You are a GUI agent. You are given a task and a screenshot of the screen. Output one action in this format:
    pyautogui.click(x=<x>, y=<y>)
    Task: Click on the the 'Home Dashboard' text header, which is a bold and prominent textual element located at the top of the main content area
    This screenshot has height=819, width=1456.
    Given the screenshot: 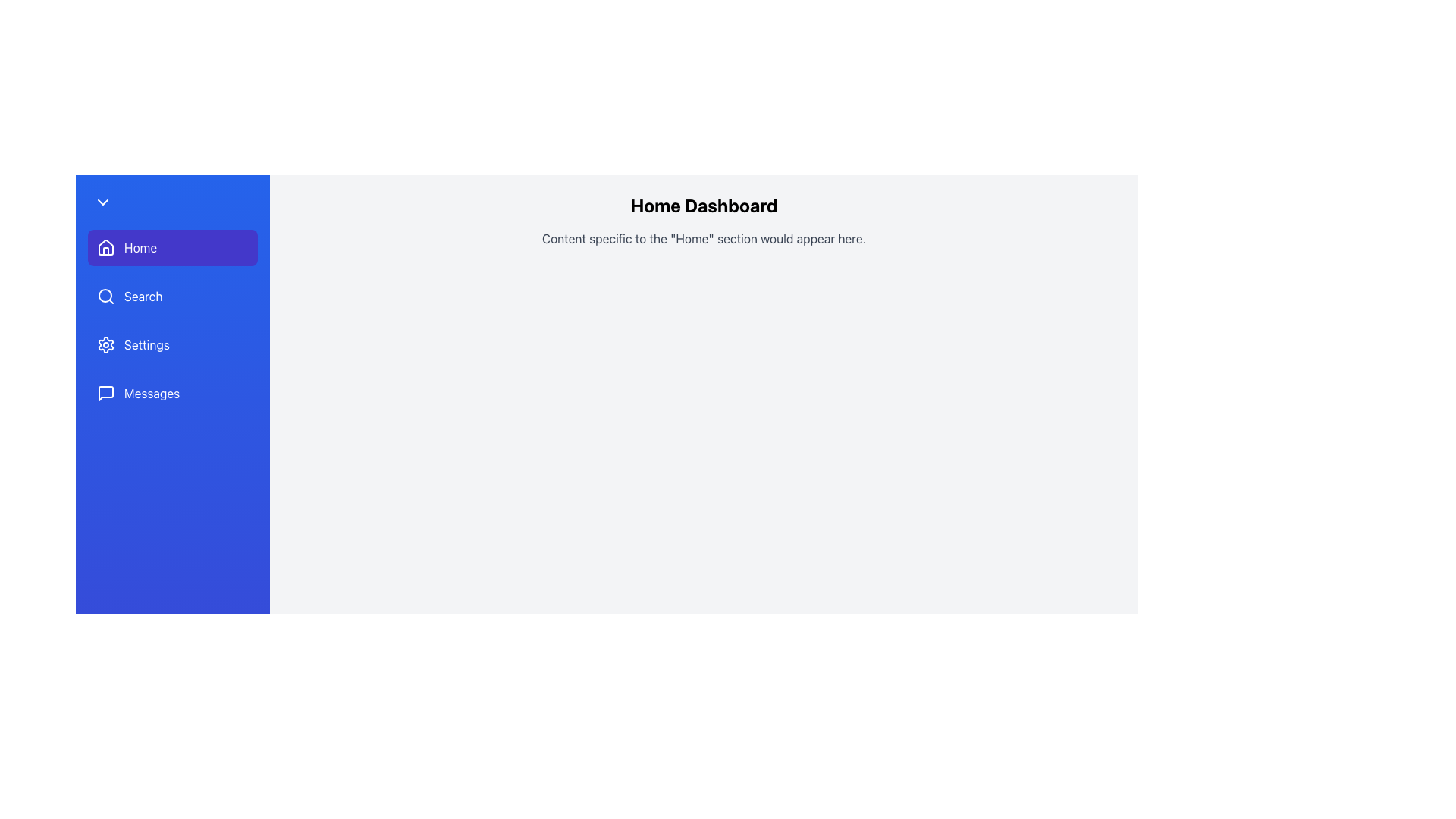 What is the action you would take?
    pyautogui.click(x=703, y=205)
    